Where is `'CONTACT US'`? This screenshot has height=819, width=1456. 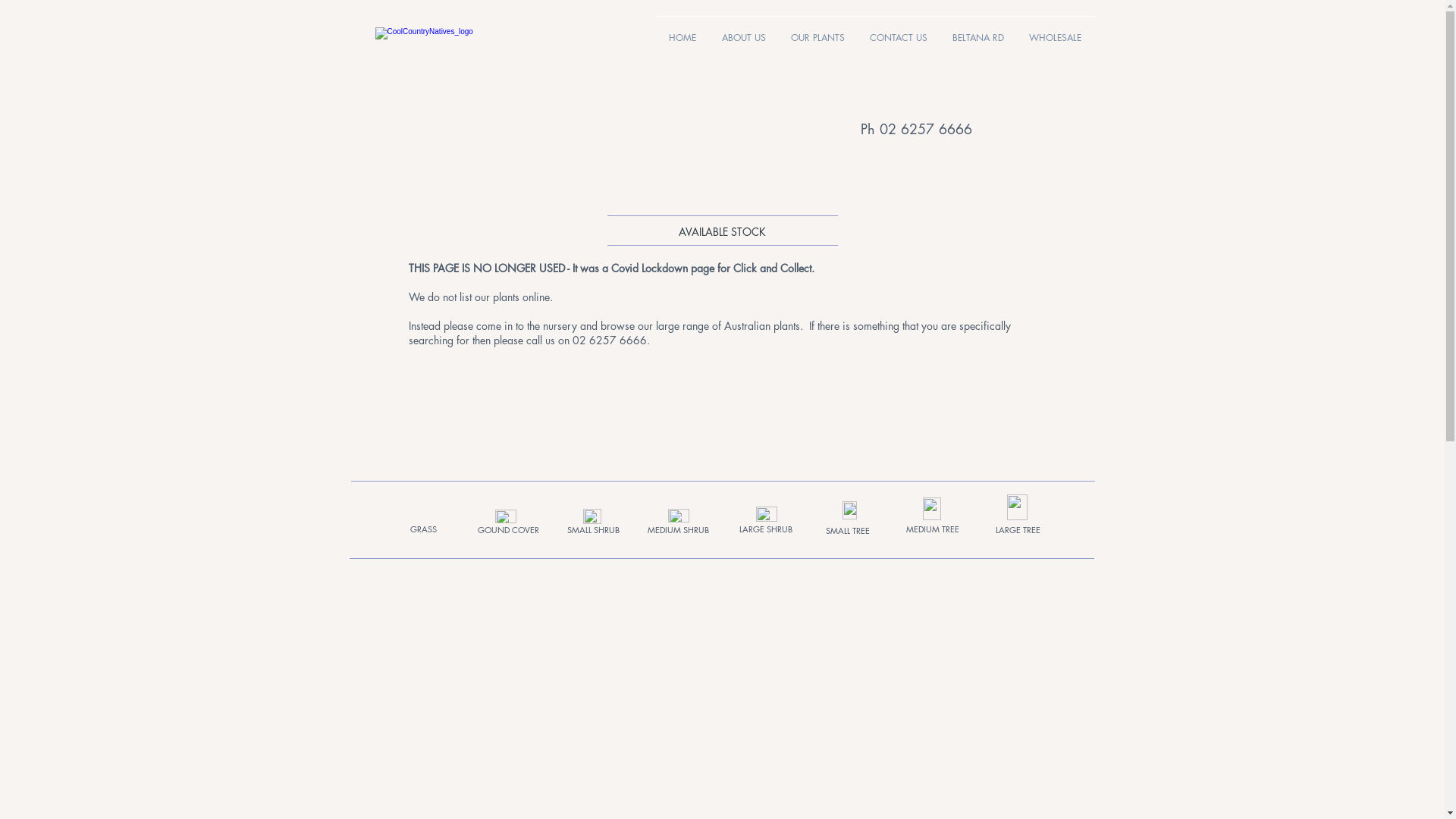 'CONTACT US' is located at coordinates (898, 31).